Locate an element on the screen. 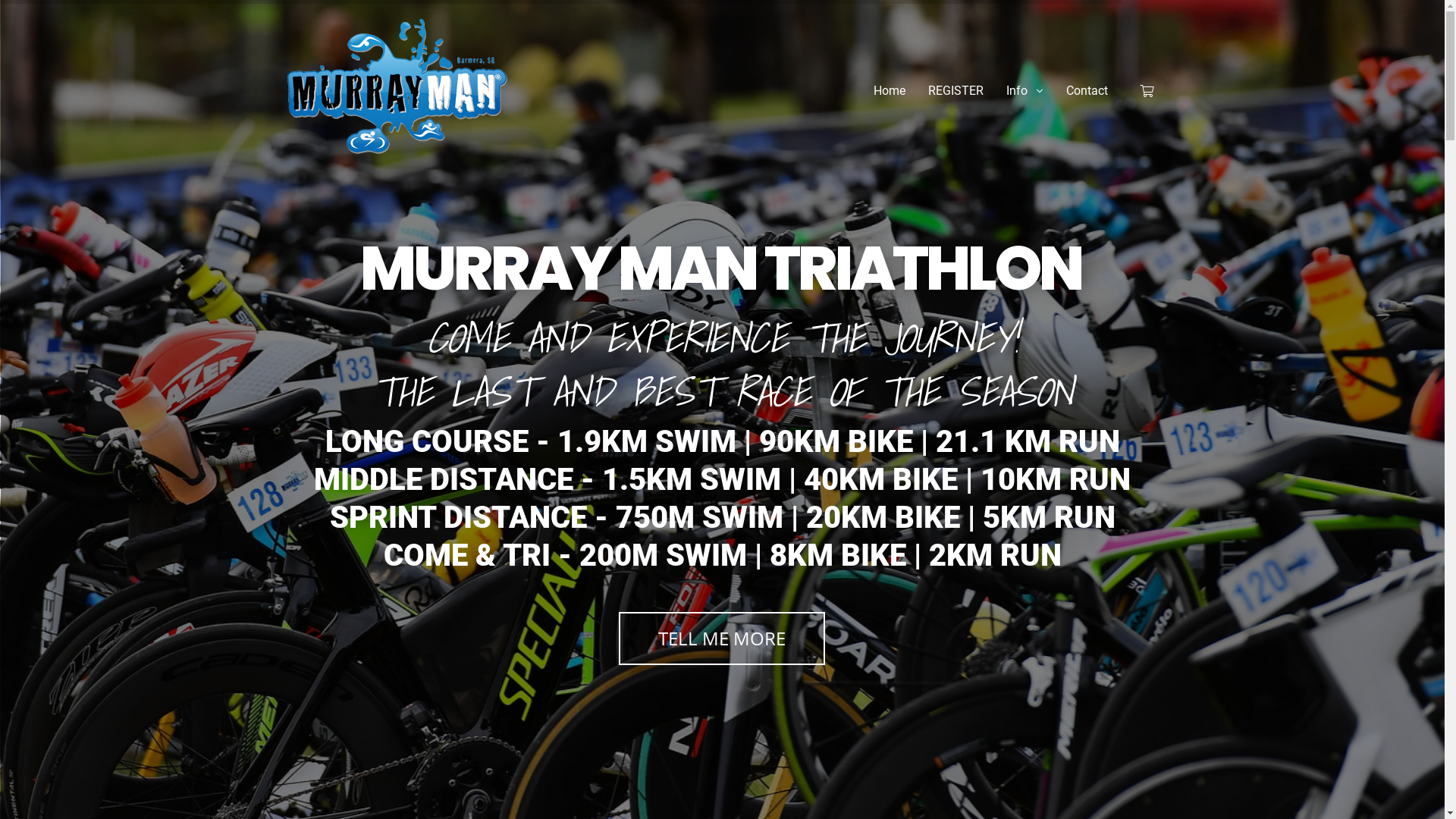 Image resolution: width=1456 pixels, height=819 pixels. 'Home' is located at coordinates (862, 90).